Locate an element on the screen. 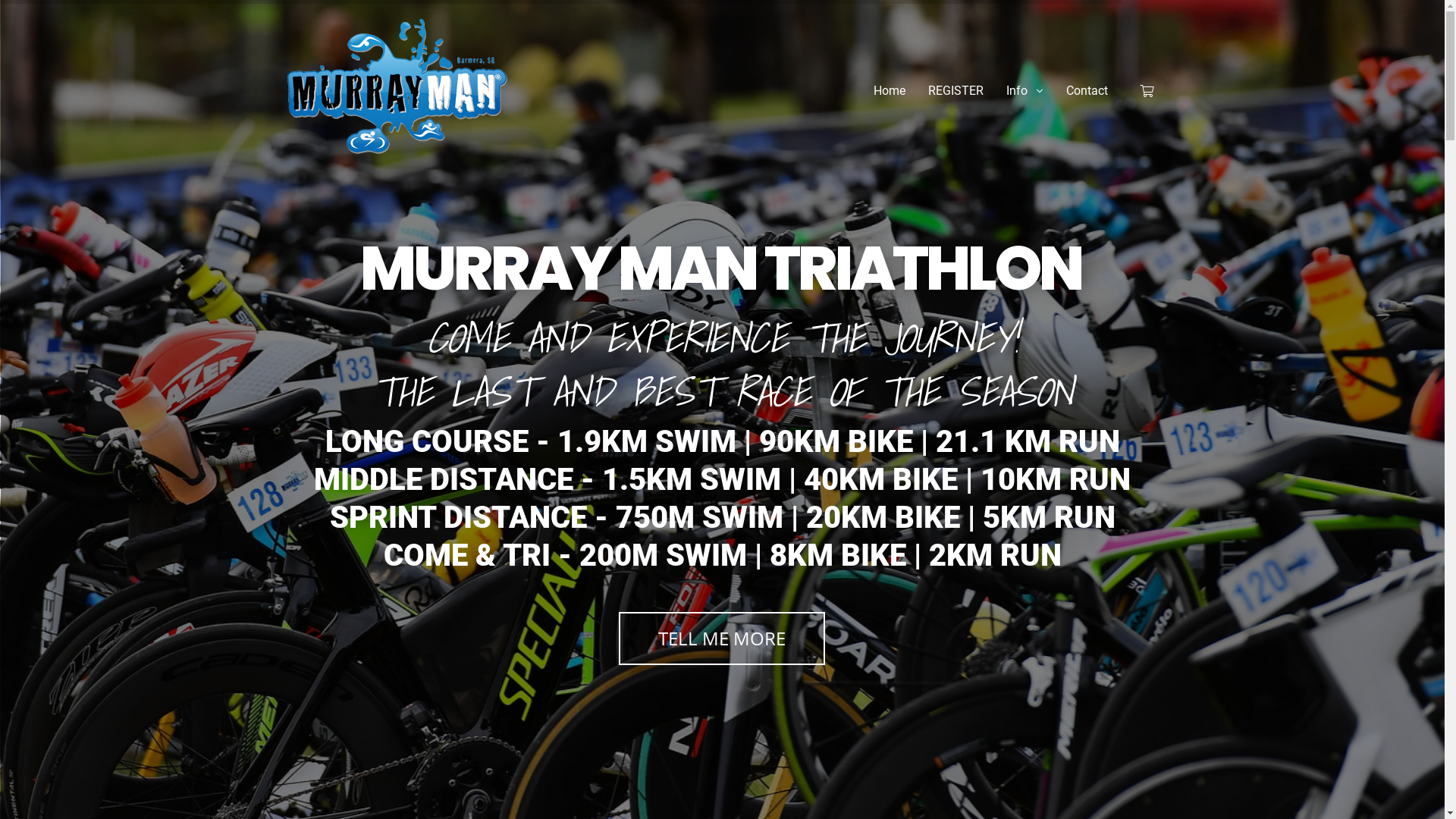 Image resolution: width=1456 pixels, height=819 pixels. 'Home' is located at coordinates (862, 90).